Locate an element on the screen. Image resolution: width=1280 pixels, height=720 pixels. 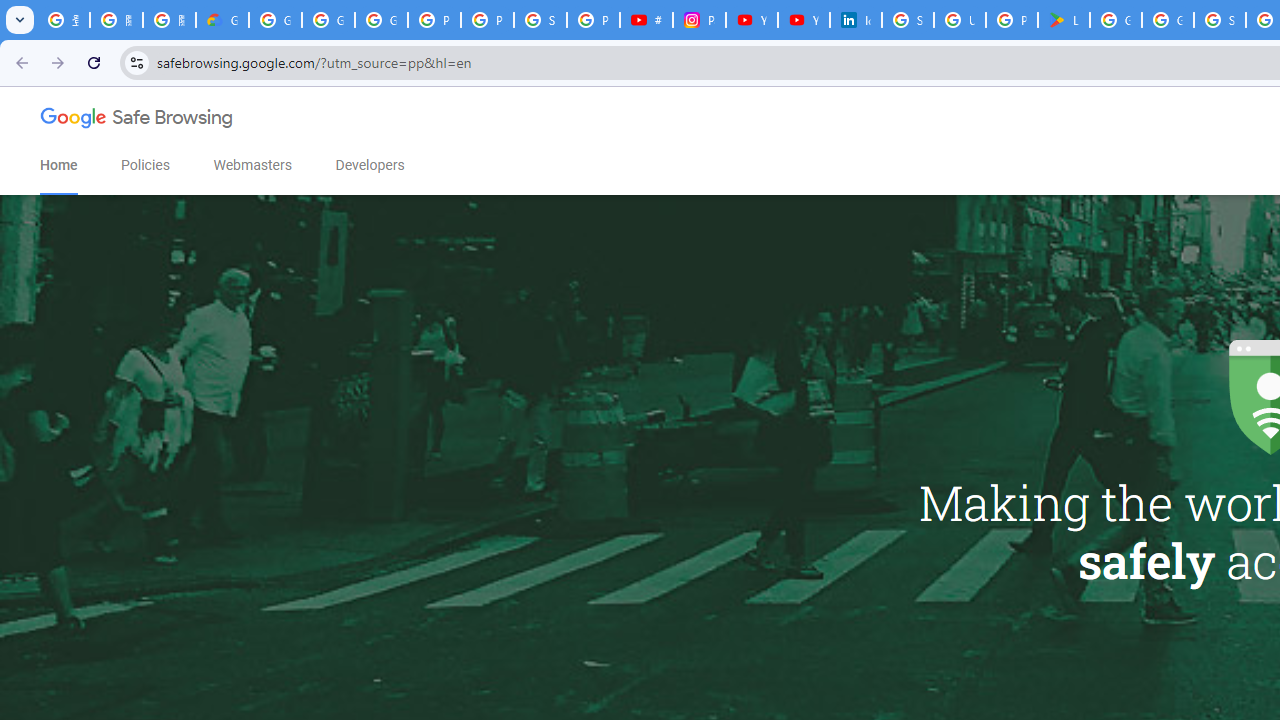
'Last Shelter: Survival - Apps on Google Play' is located at coordinates (1063, 20).